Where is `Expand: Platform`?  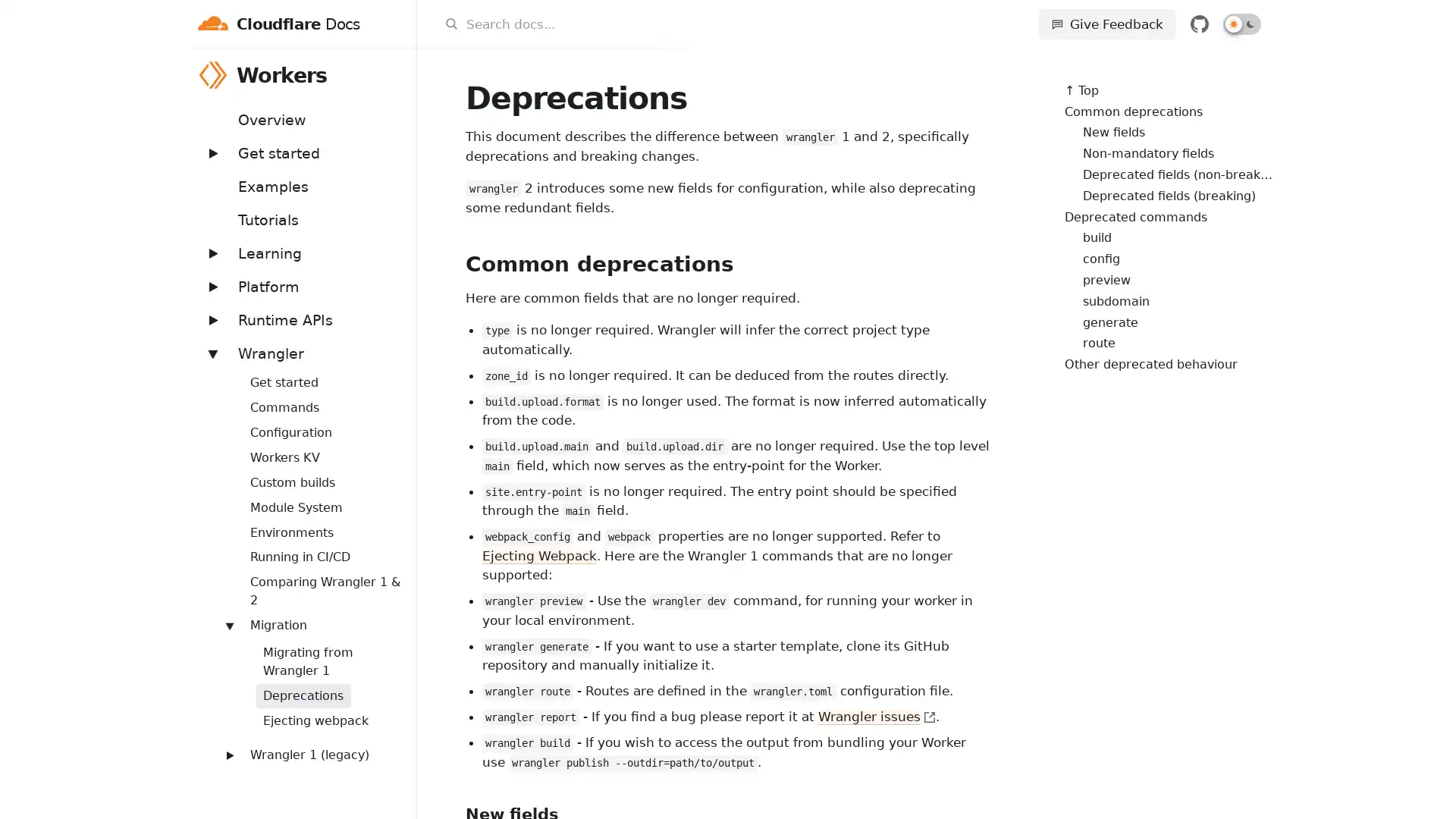 Expand: Platform is located at coordinates (211, 286).